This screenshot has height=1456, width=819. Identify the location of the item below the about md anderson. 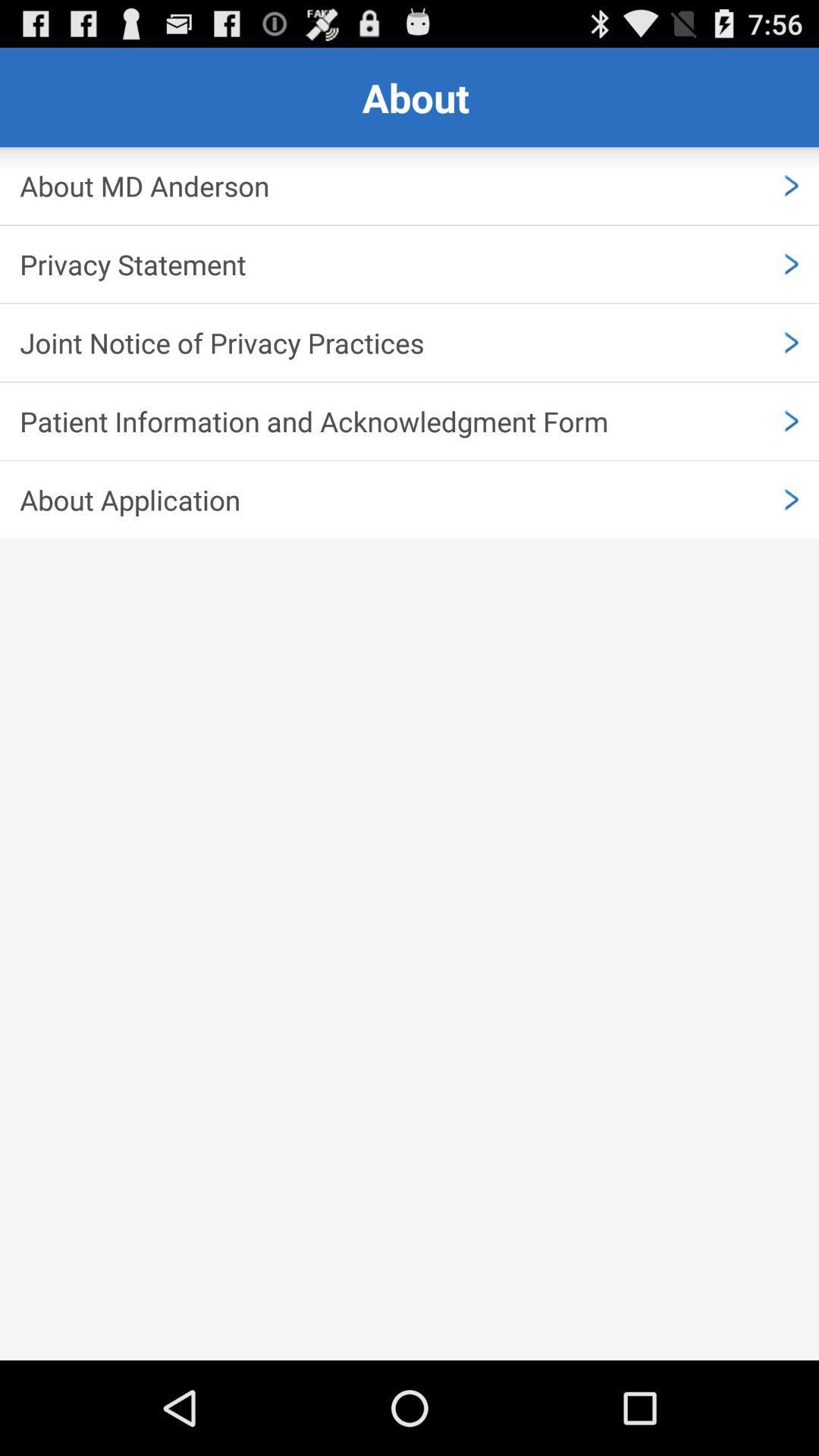
(409, 264).